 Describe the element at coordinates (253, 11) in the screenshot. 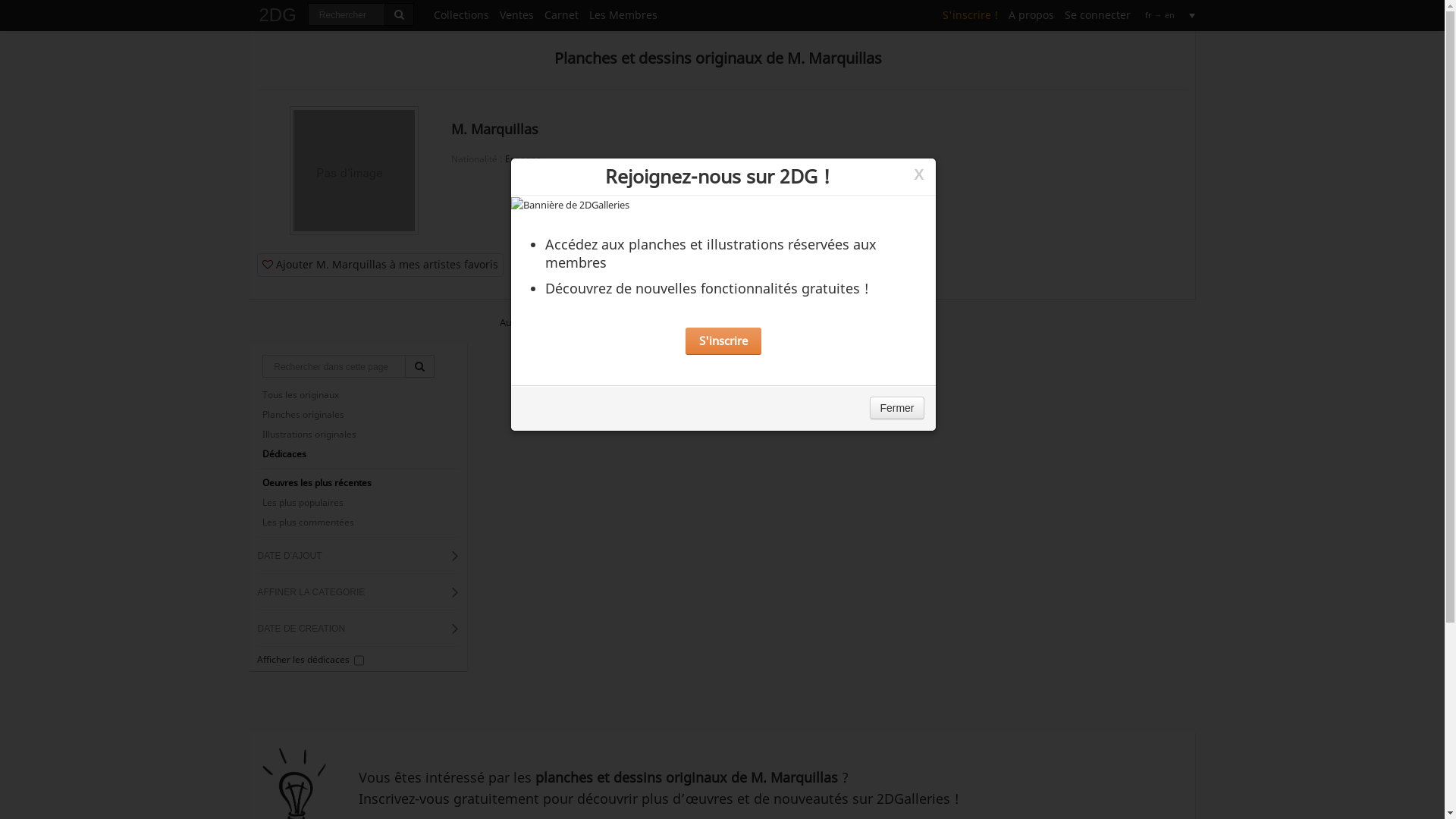

I see `'2DG'` at that location.